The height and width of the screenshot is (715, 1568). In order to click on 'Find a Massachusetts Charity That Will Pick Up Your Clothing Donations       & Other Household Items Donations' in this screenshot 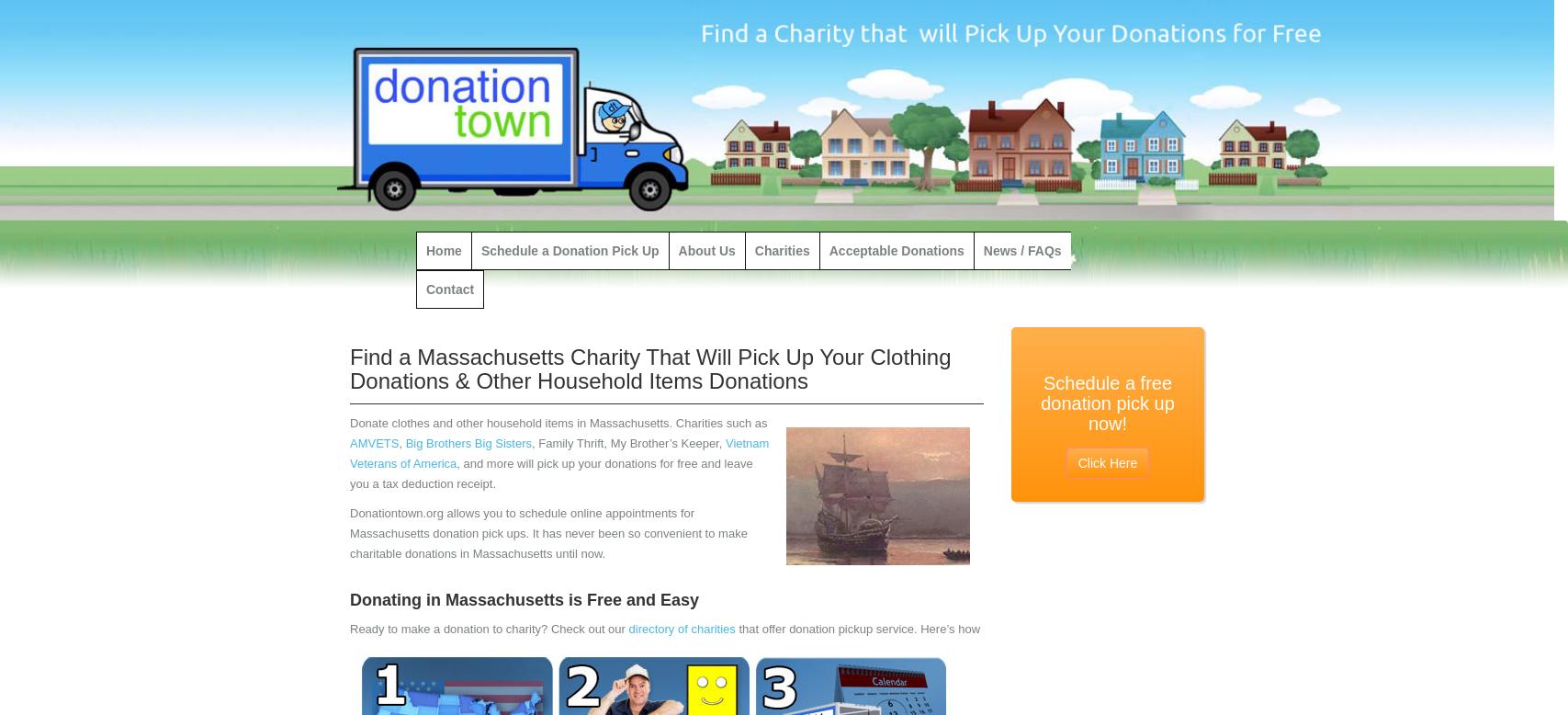, I will do `click(650, 369)`.